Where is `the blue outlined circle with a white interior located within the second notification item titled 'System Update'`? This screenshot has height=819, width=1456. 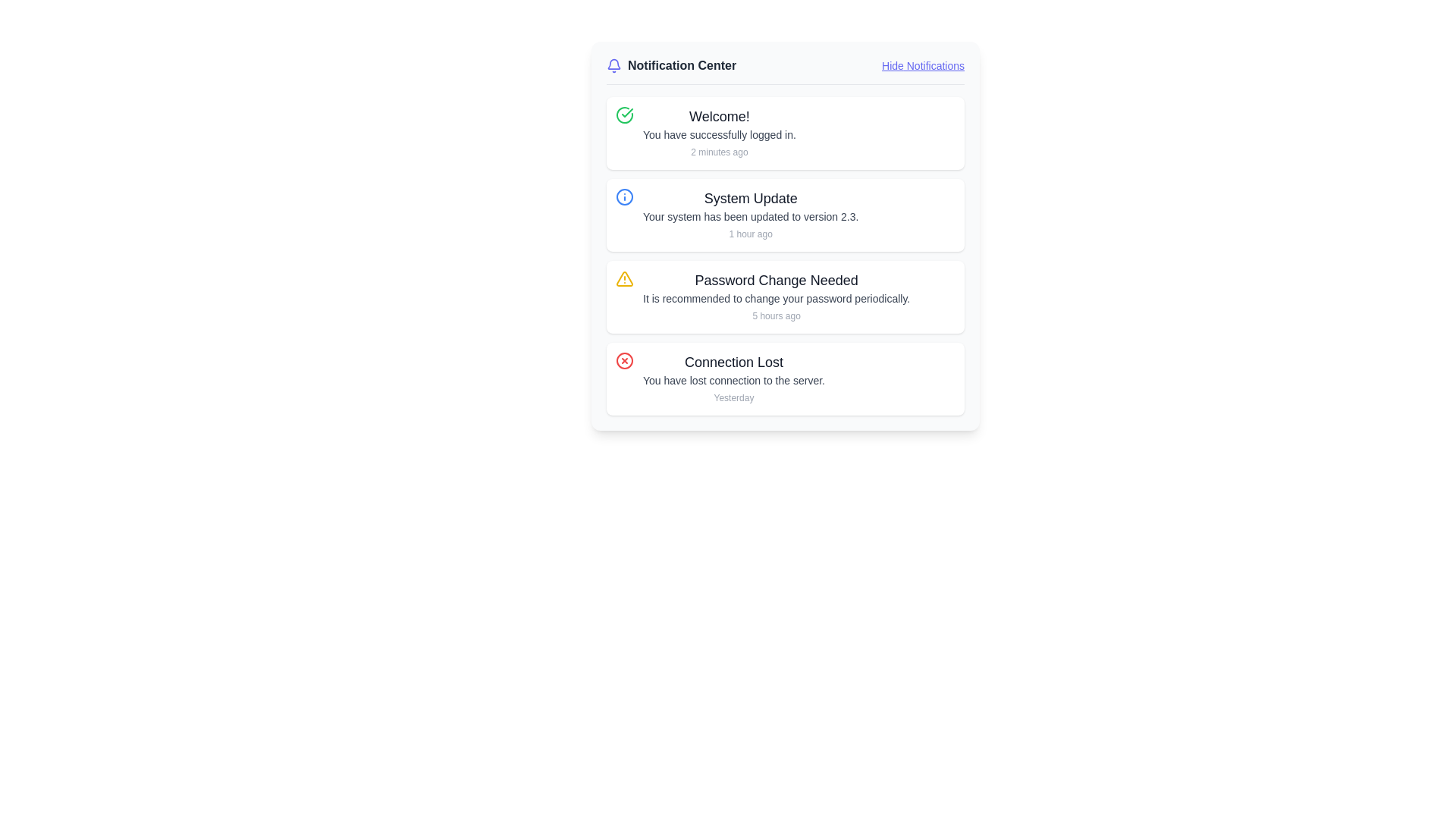
the blue outlined circle with a white interior located within the second notification item titled 'System Update' is located at coordinates (625, 196).